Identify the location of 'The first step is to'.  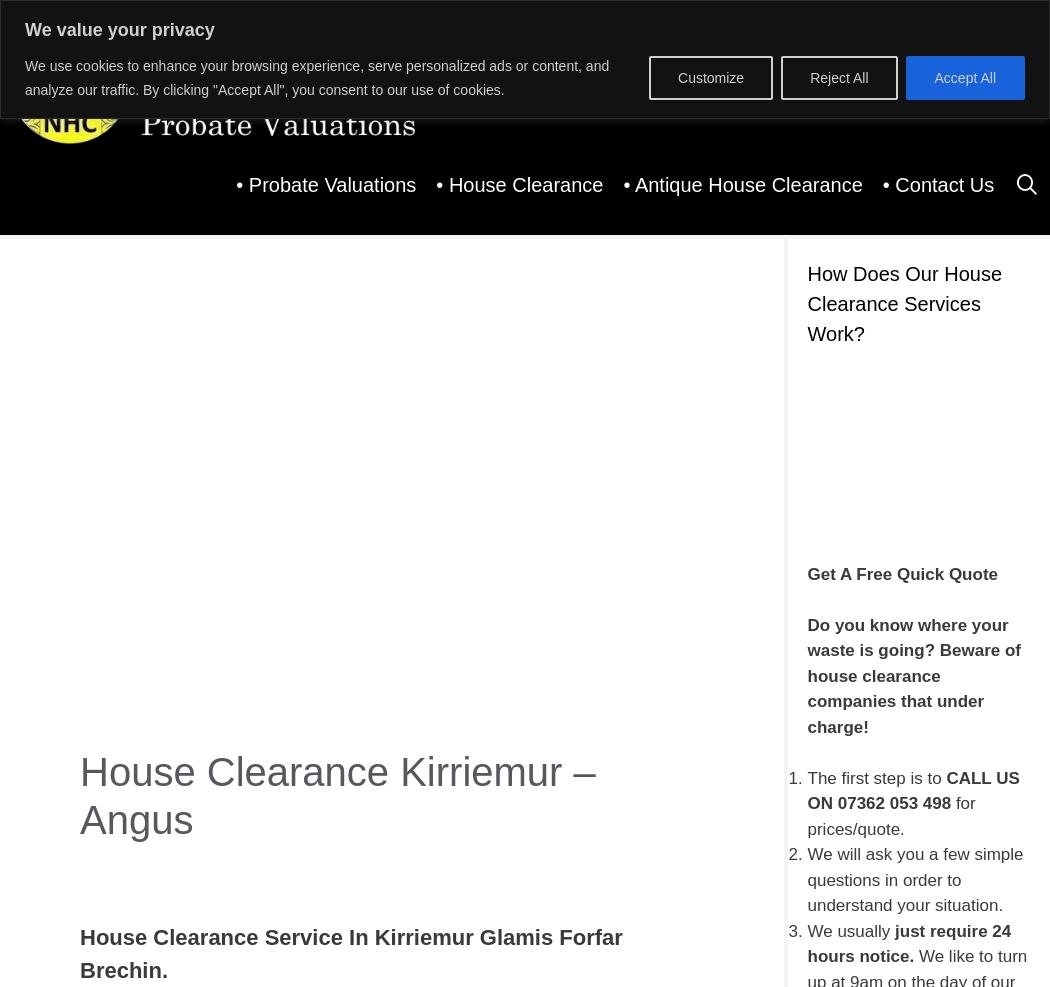
(806, 777).